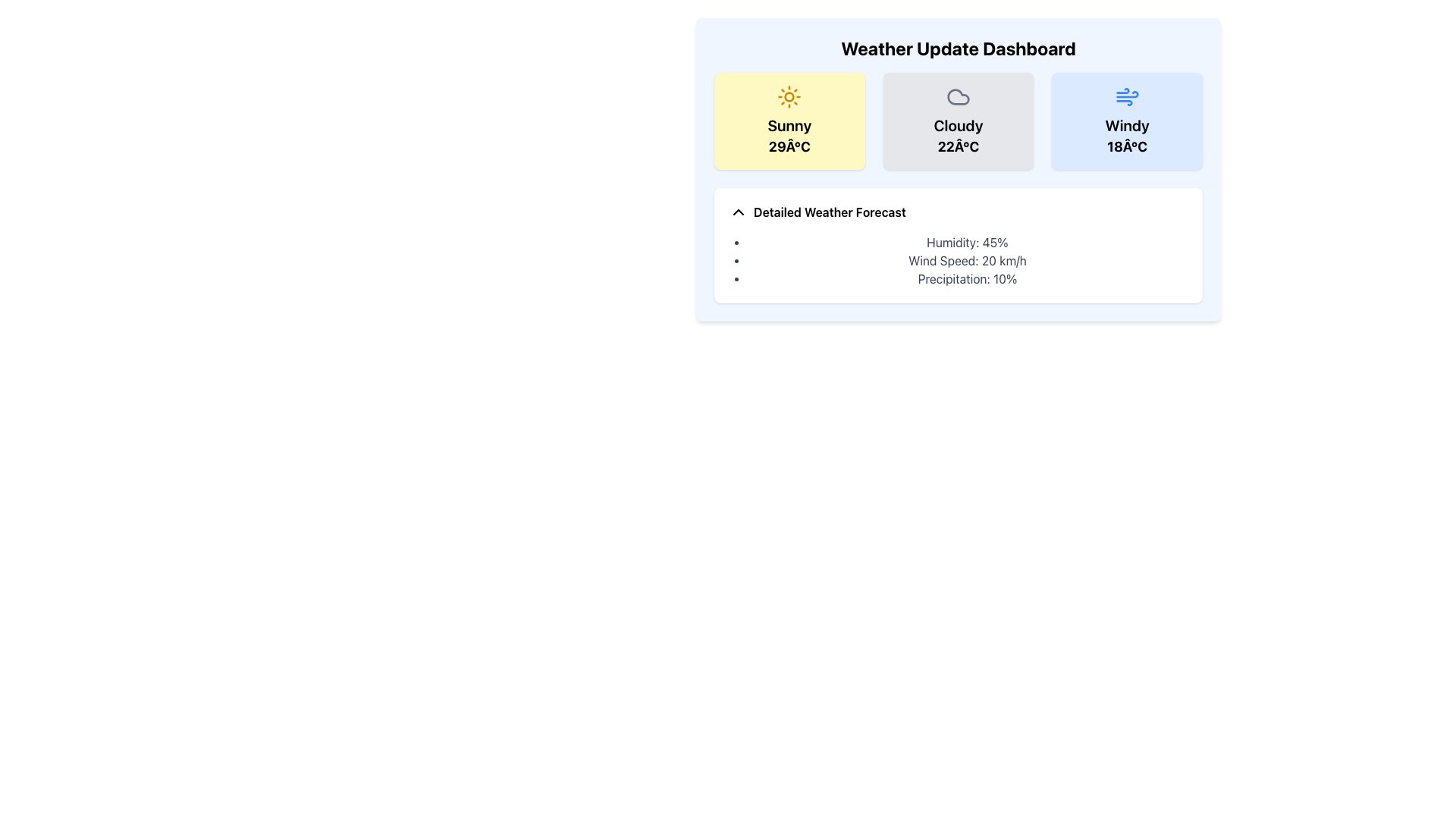 Image resolution: width=1456 pixels, height=819 pixels. I want to click on the circular element that represents the sun in the top-center area of the weather dashboard, which is displayed as the first icon in a row of three weather condition icons, so click(789, 96).